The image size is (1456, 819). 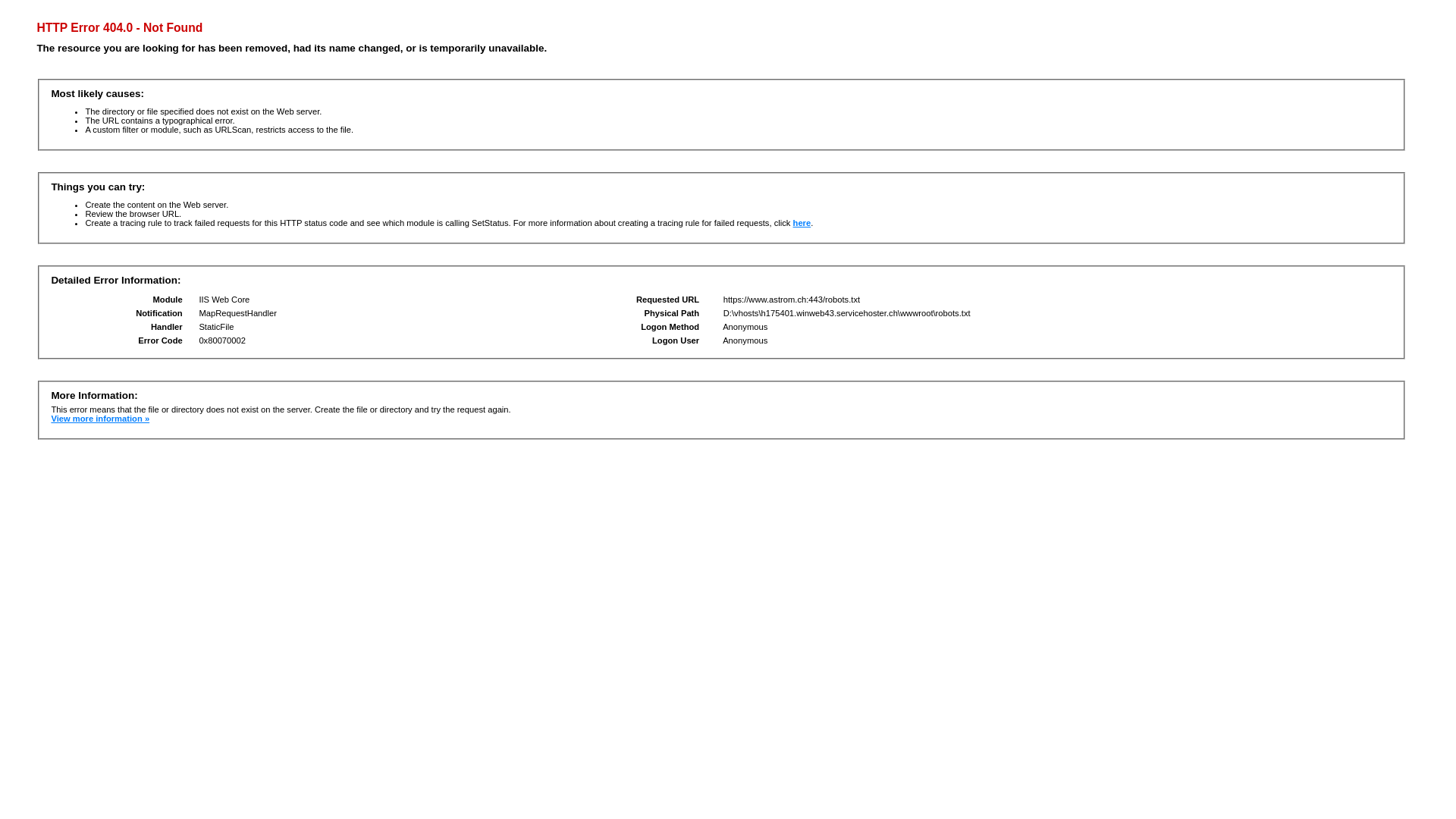 What do you see at coordinates (792, 222) in the screenshot?
I see `'here'` at bounding box center [792, 222].